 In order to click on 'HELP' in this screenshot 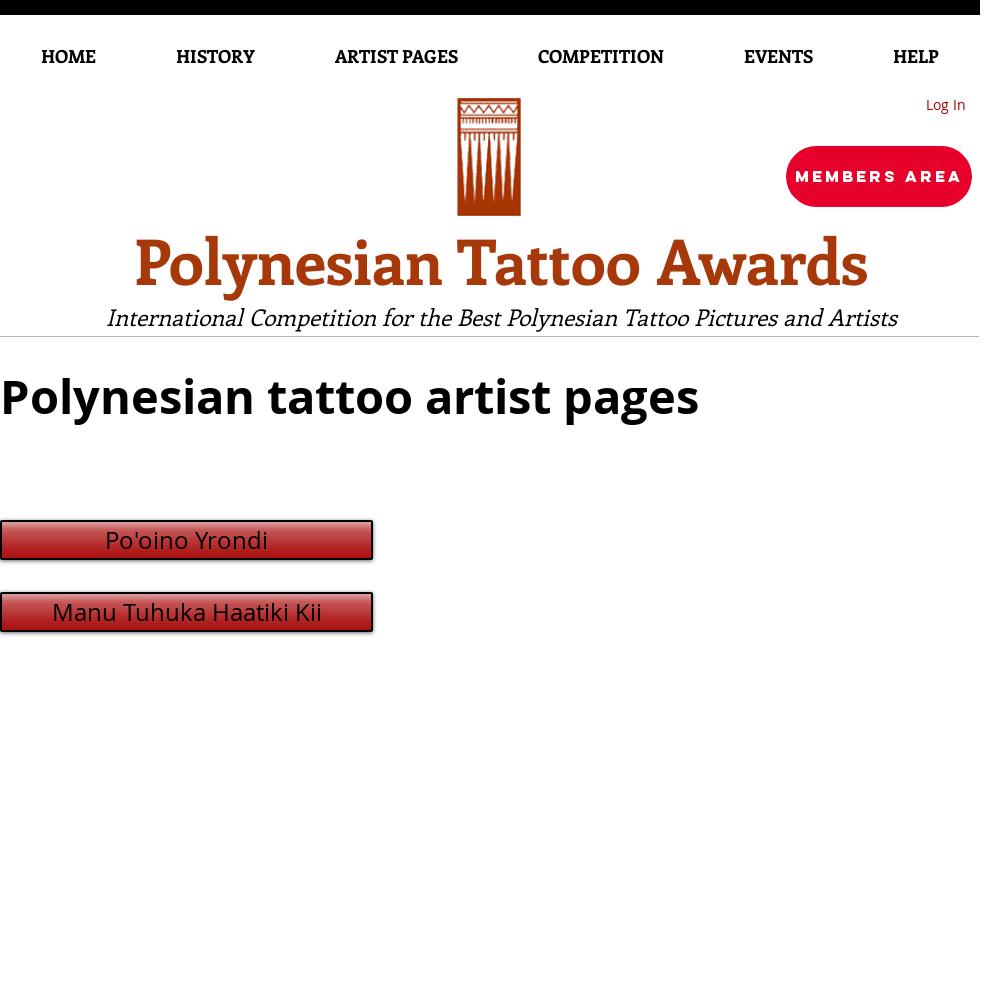, I will do `click(914, 56)`.